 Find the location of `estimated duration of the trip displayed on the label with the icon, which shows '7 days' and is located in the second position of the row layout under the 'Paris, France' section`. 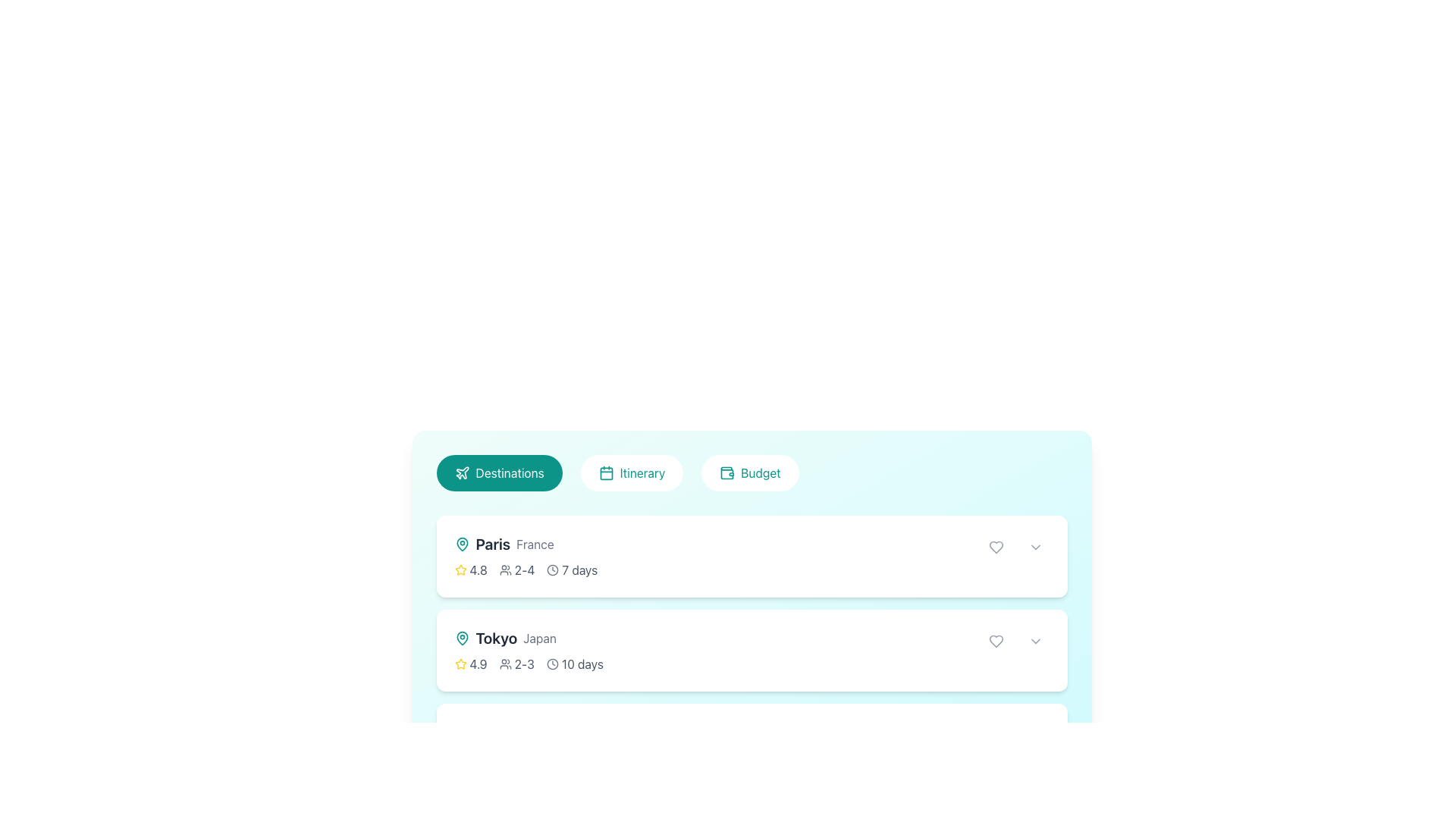

estimated duration of the trip displayed on the label with the icon, which shows '7 days' and is located in the second position of the row layout under the 'Paris, France' section is located at coordinates (571, 570).